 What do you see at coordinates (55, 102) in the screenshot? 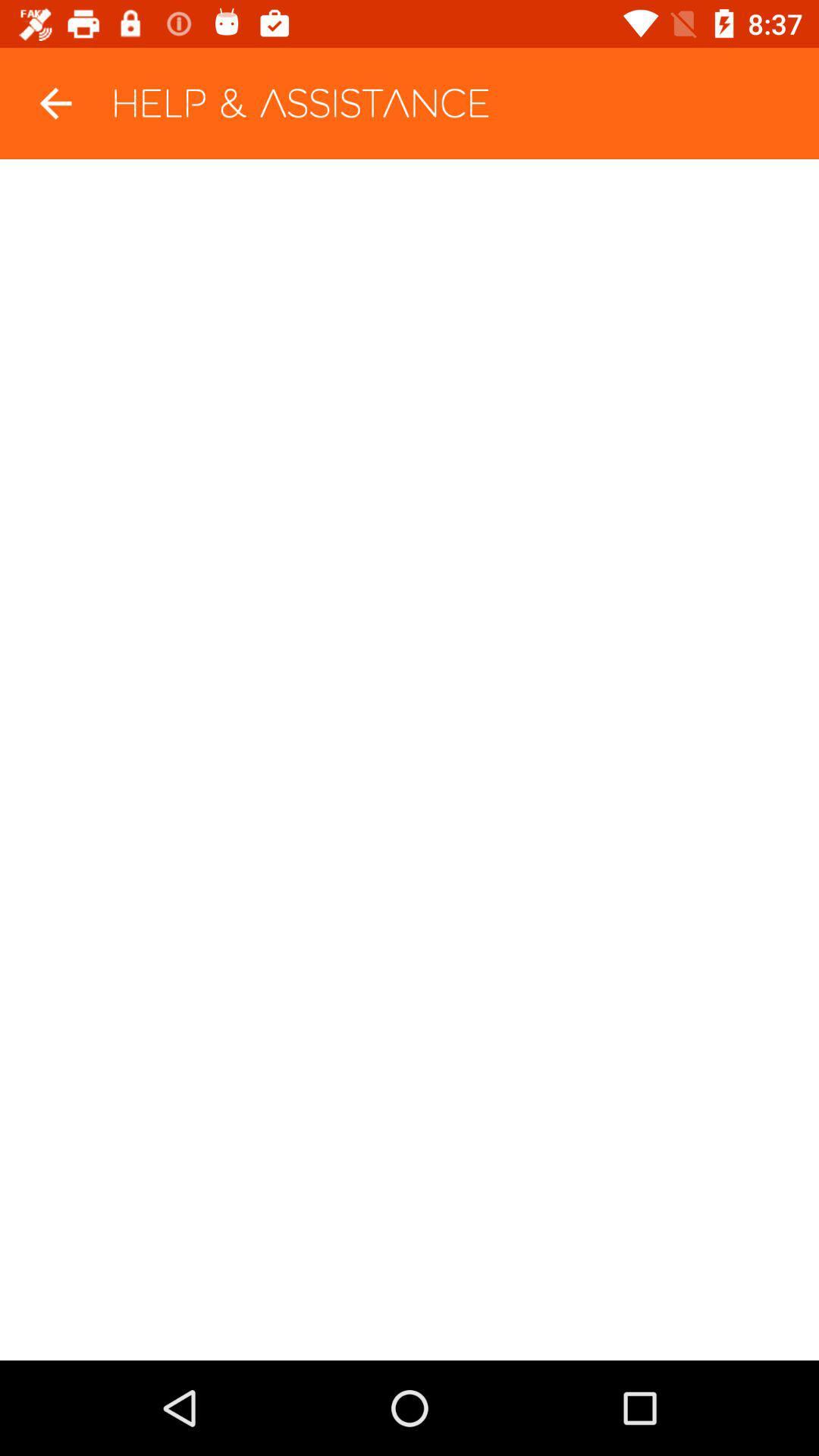
I see `the item at the top left corner` at bounding box center [55, 102].